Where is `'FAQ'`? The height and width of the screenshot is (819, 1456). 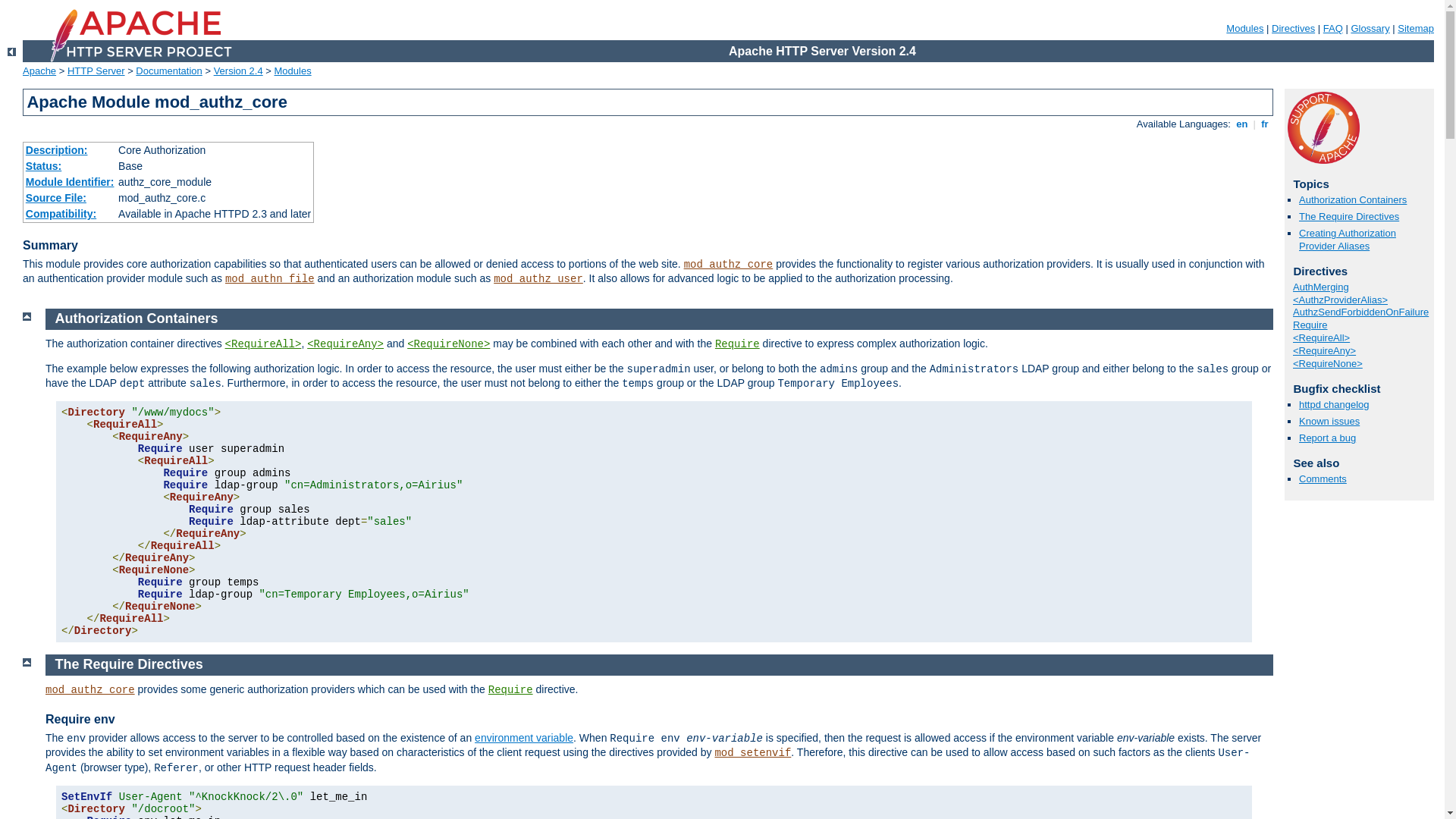
'FAQ' is located at coordinates (1332, 28).